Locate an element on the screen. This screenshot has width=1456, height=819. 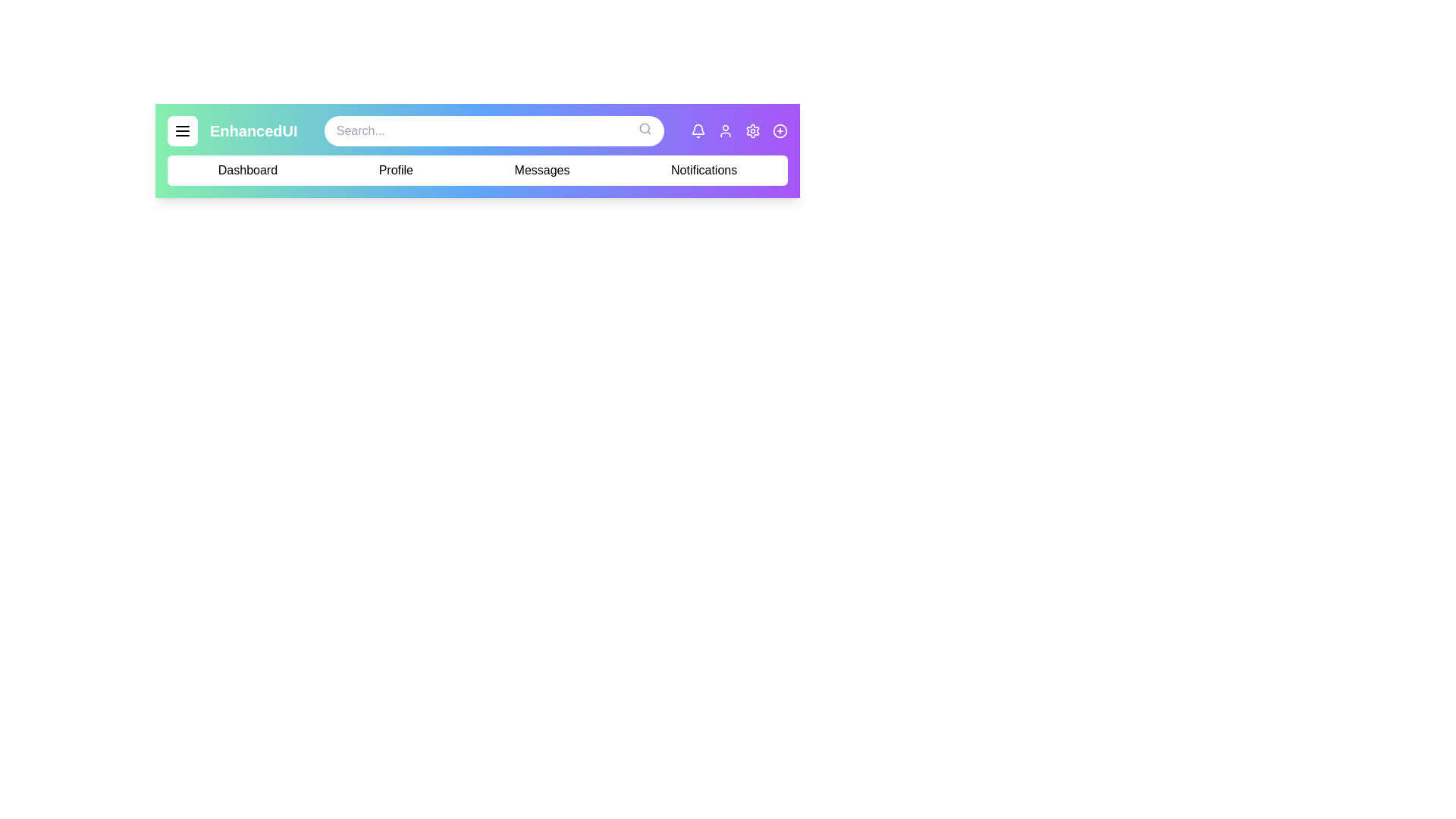
the menu item Messages from the navigation bar is located at coordinates (542, 170).